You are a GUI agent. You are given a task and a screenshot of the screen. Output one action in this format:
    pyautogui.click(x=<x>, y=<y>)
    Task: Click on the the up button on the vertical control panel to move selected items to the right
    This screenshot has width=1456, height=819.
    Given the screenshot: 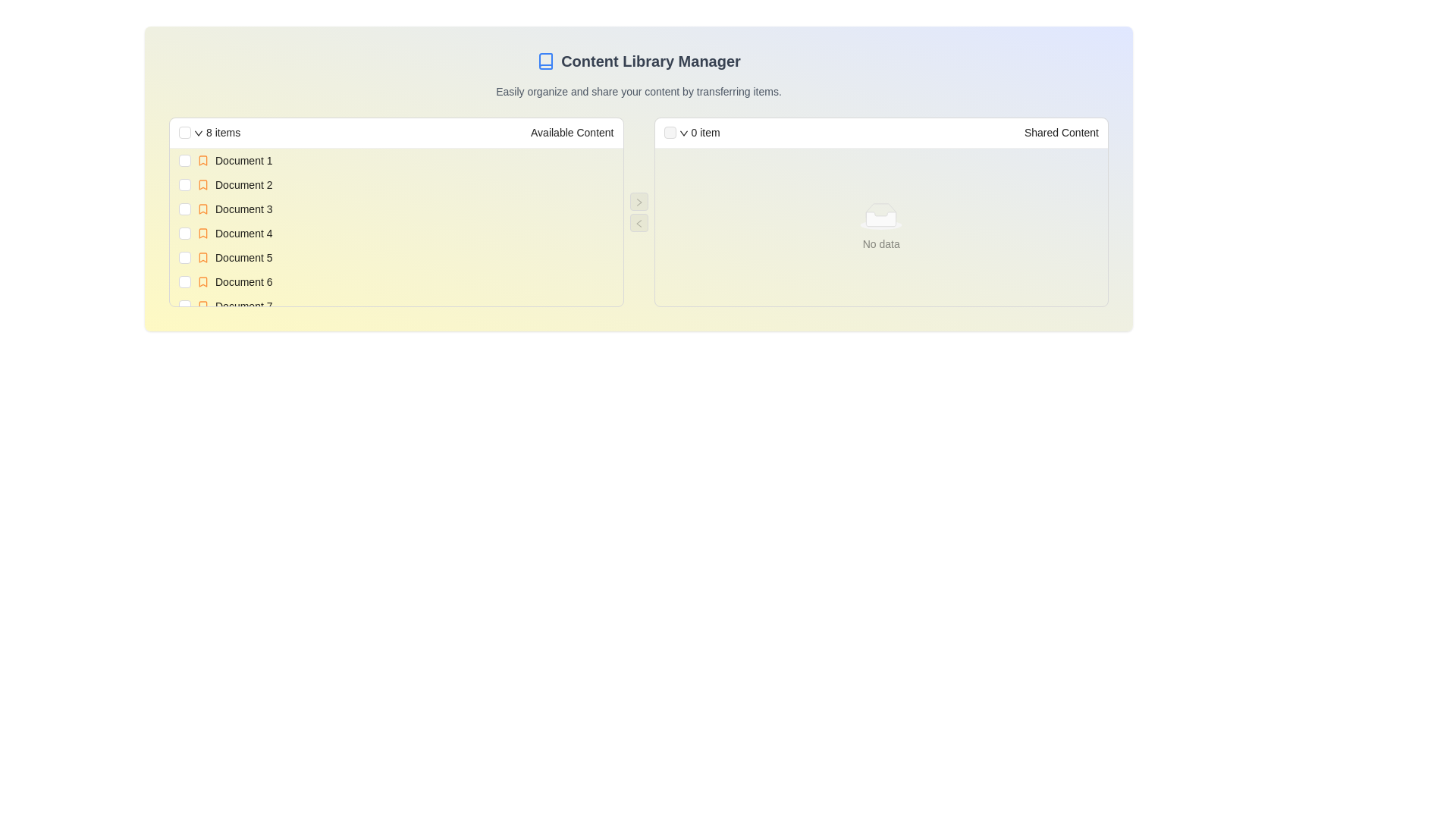 What is the action you would take?
    pyautogui.click(x=639, y=212)
    